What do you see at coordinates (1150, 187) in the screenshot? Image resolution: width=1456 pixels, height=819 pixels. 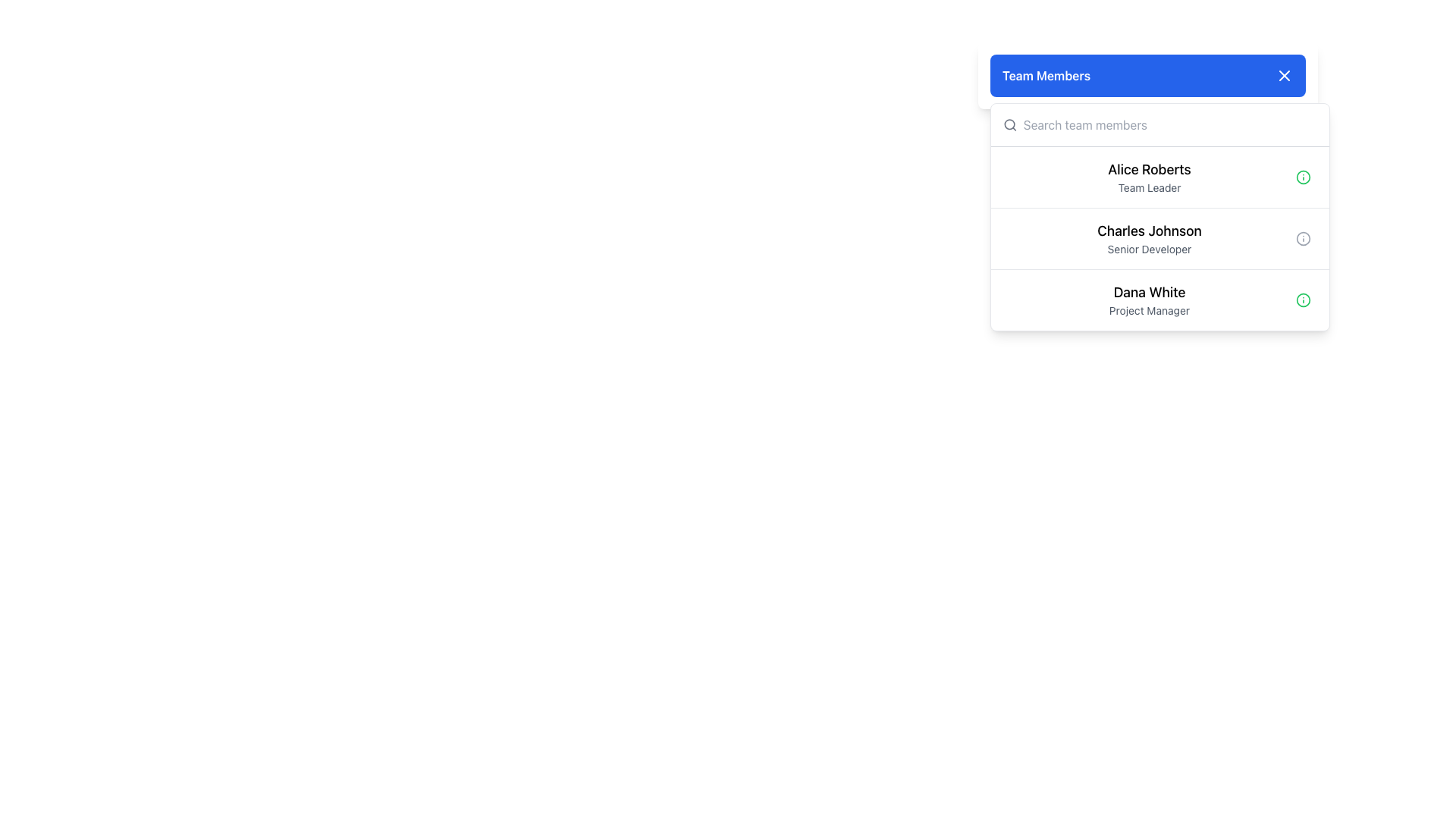 I see `text label displaying the role 'Team Leader' associated with the name 'Alice Roberts' in the team directory` at bounding box center [1150, 187].